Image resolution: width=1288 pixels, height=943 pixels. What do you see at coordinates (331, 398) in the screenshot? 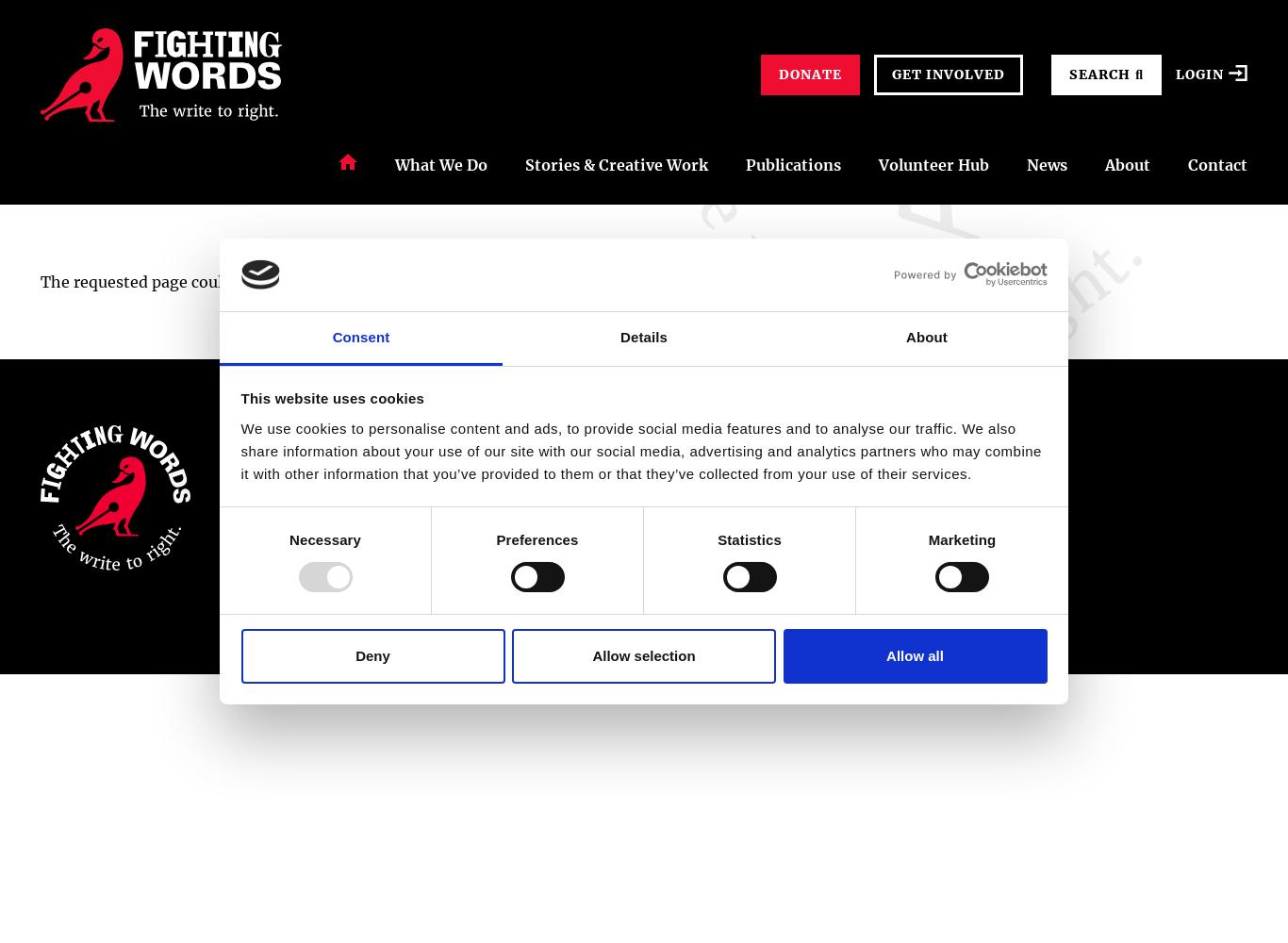
I see `'This website uses cookies'` at bounding box center [331, 398].